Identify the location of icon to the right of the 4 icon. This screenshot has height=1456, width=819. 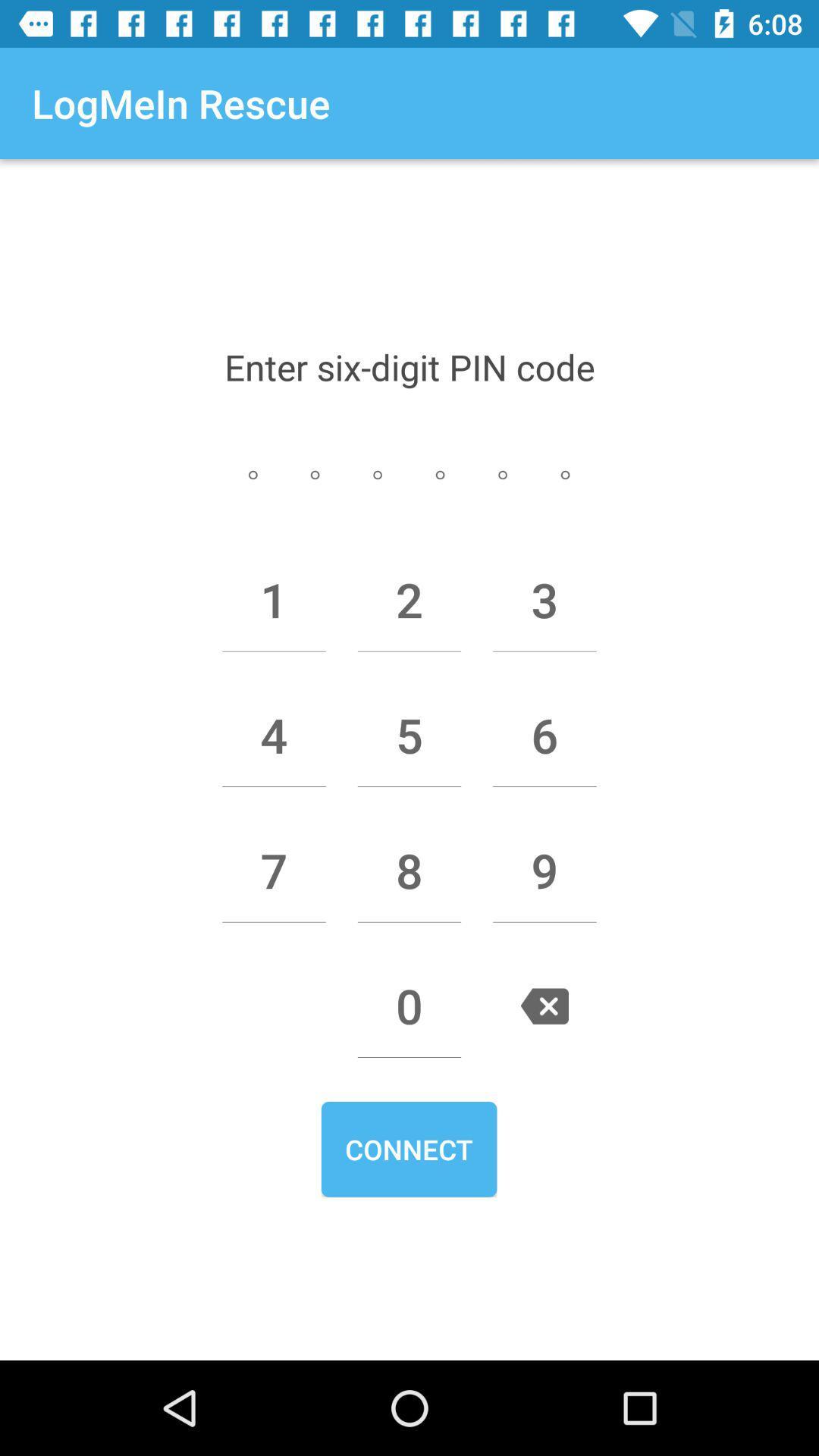
(409, 735).